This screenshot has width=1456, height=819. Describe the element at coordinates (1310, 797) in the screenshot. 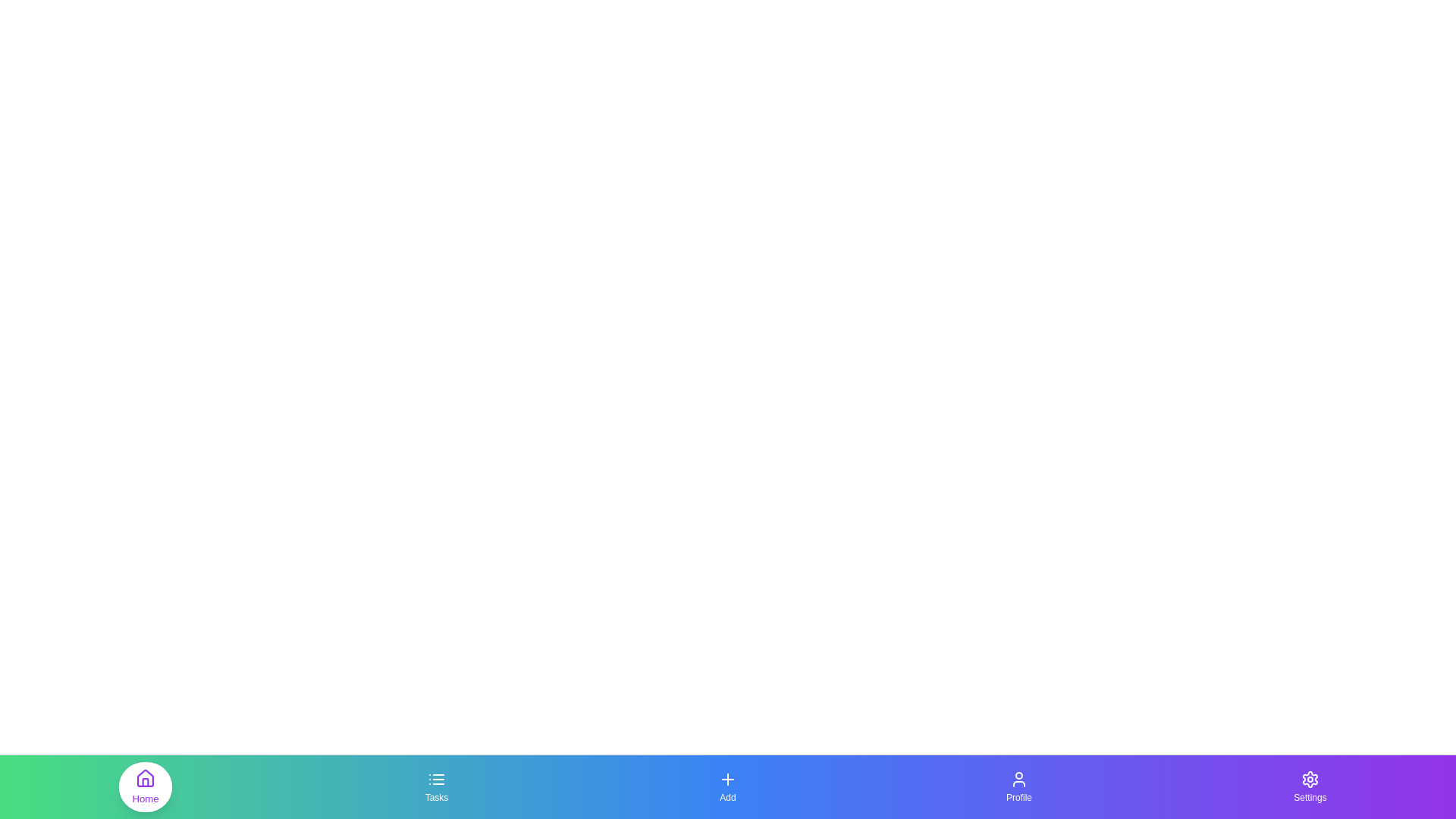

I see `the text label Settings under the respective icon in the bottom navigation` at that location.